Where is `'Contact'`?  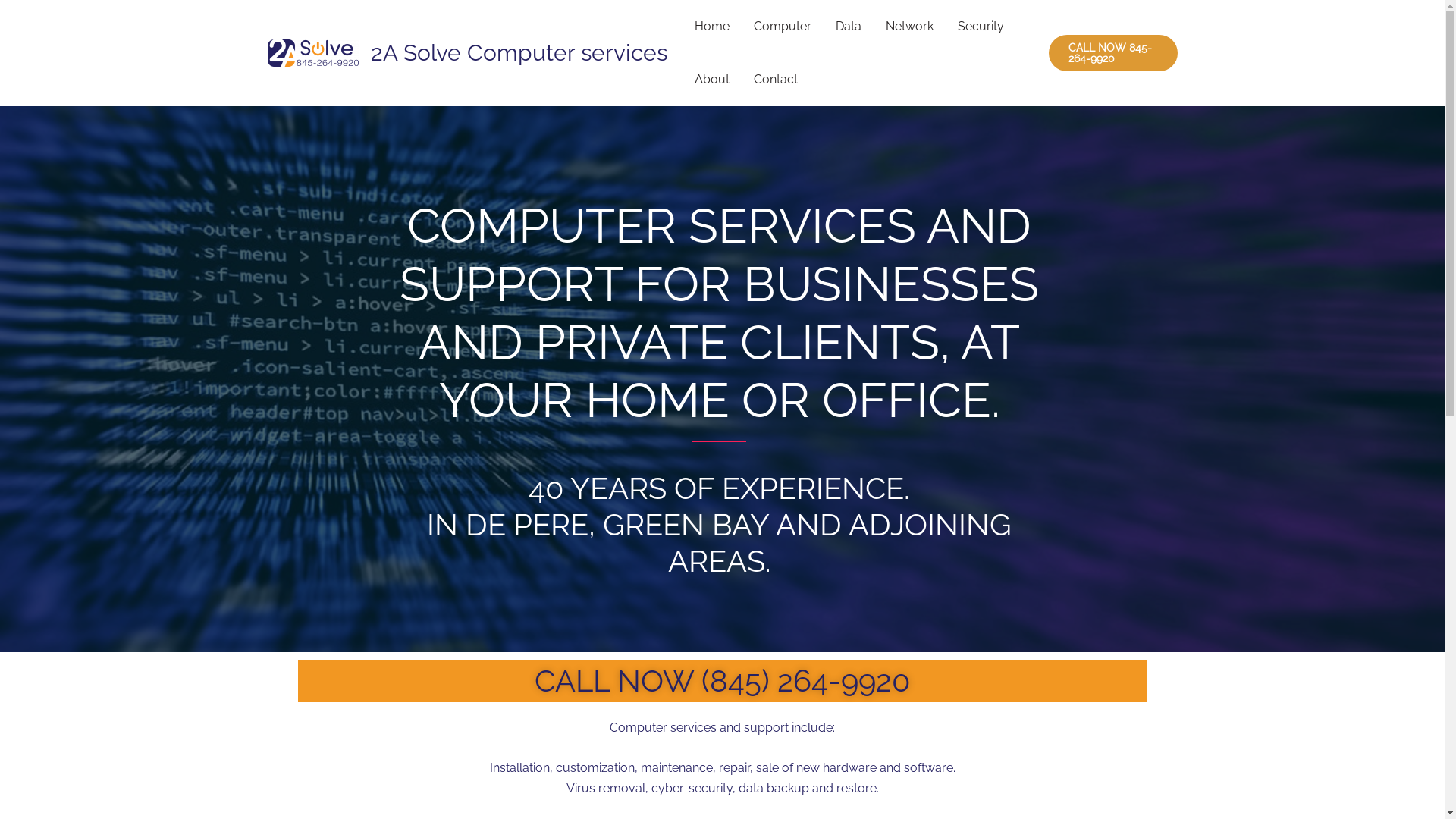
'Contact' is located at coordinates (742, 79).